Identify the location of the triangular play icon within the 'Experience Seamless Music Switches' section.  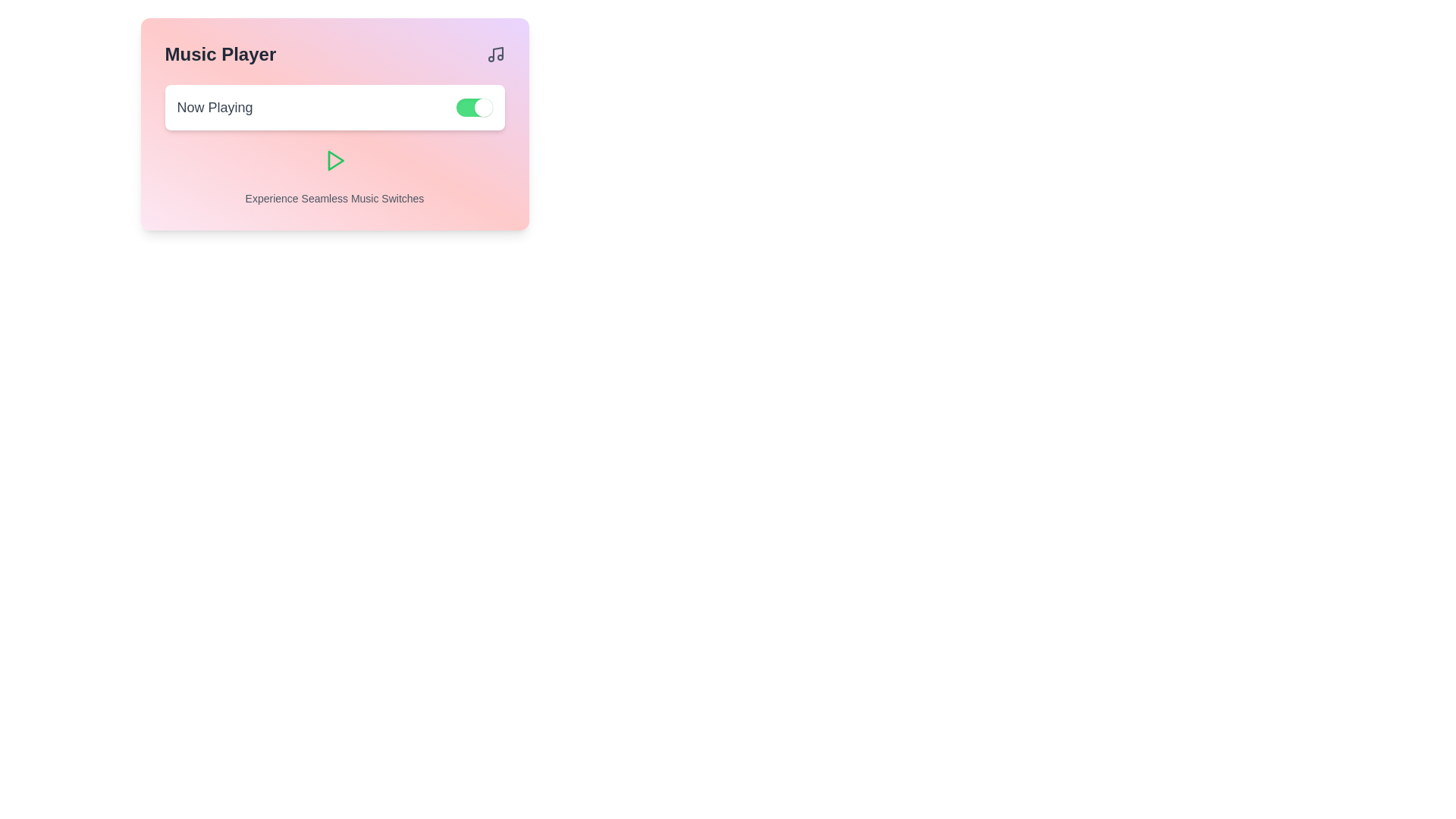
(334, 161).